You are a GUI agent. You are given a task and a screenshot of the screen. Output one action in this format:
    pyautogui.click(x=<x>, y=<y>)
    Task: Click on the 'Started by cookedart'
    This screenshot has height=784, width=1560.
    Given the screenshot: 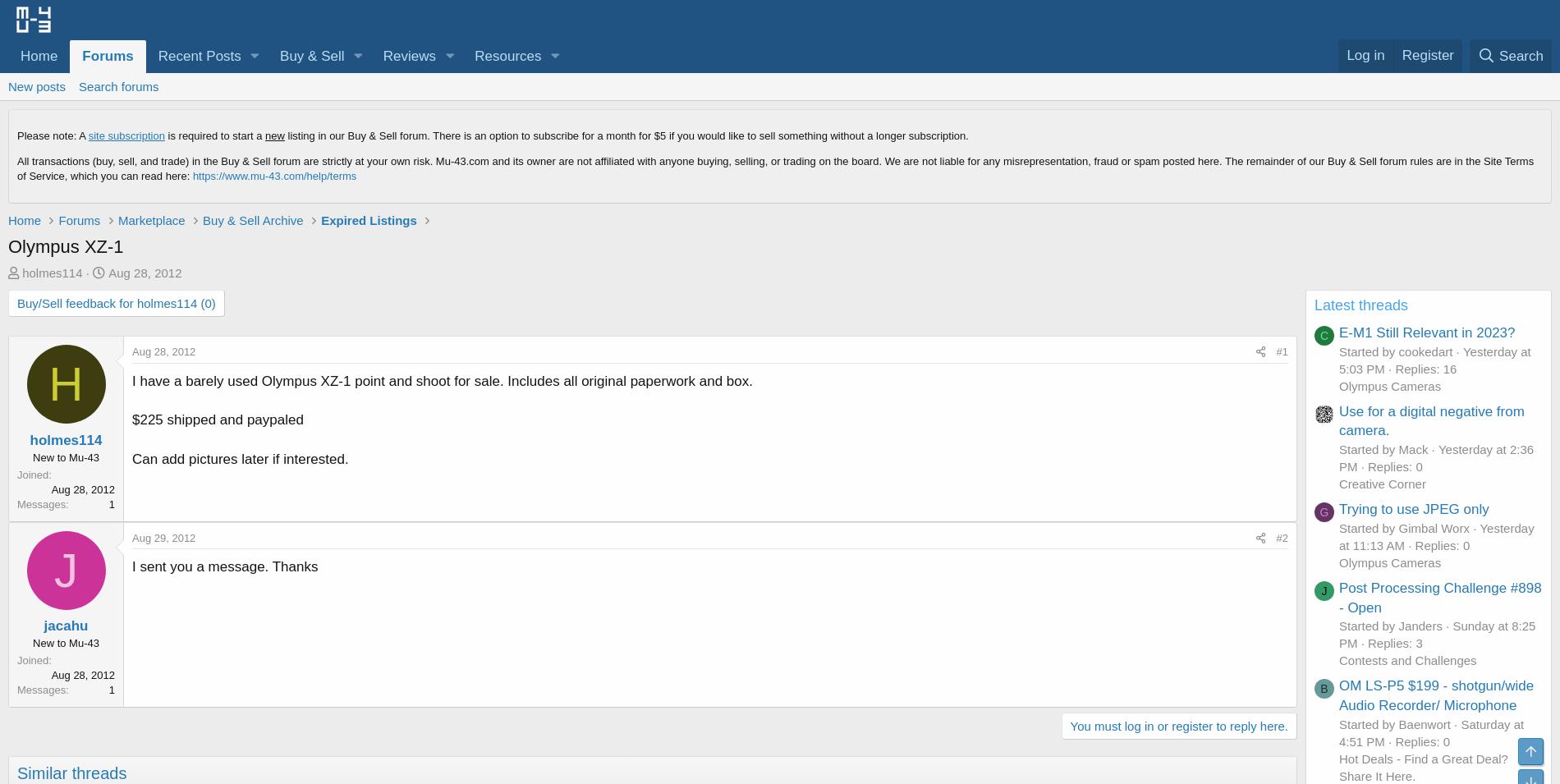 What is the action you would take?
    pyautogui.click(x=1394, y=350)
    